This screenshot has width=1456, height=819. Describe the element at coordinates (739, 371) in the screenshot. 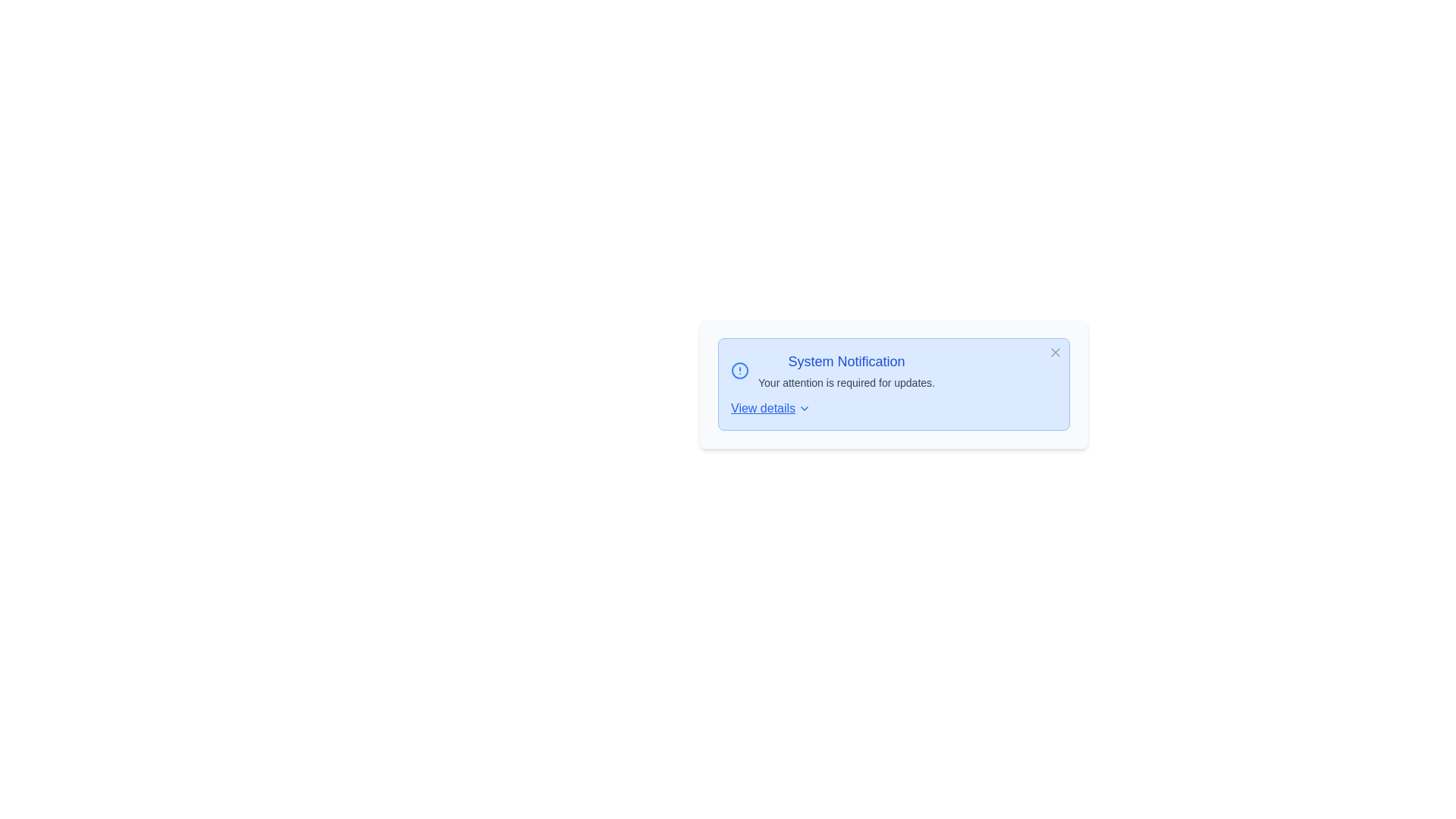

I see `the circular alert notification icon with a blue border and white interior located at the leftmost part of the 'System Notification' card` at that location.